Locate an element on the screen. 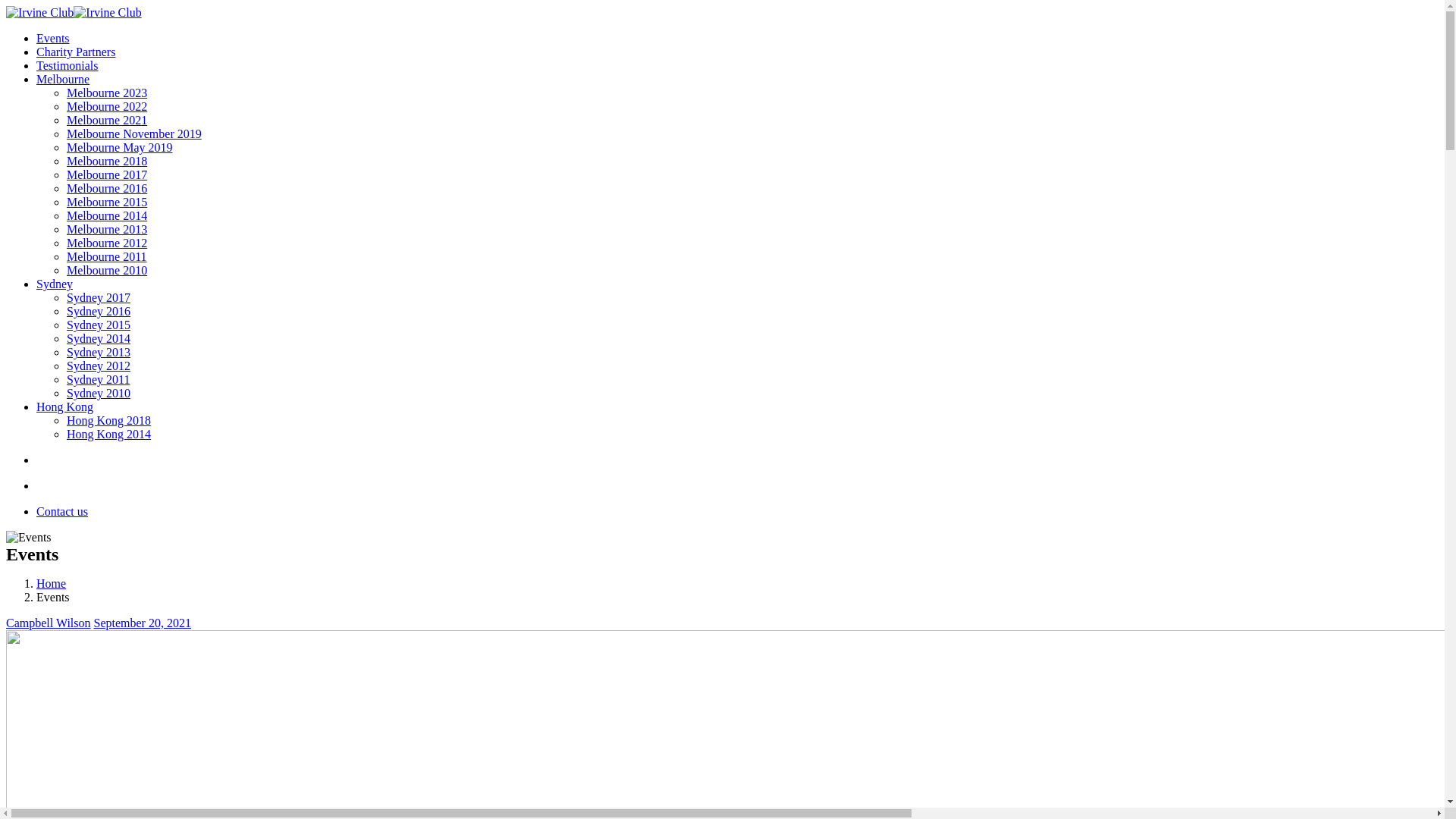  'Charity Partners' is located at coordinates (75, 51).